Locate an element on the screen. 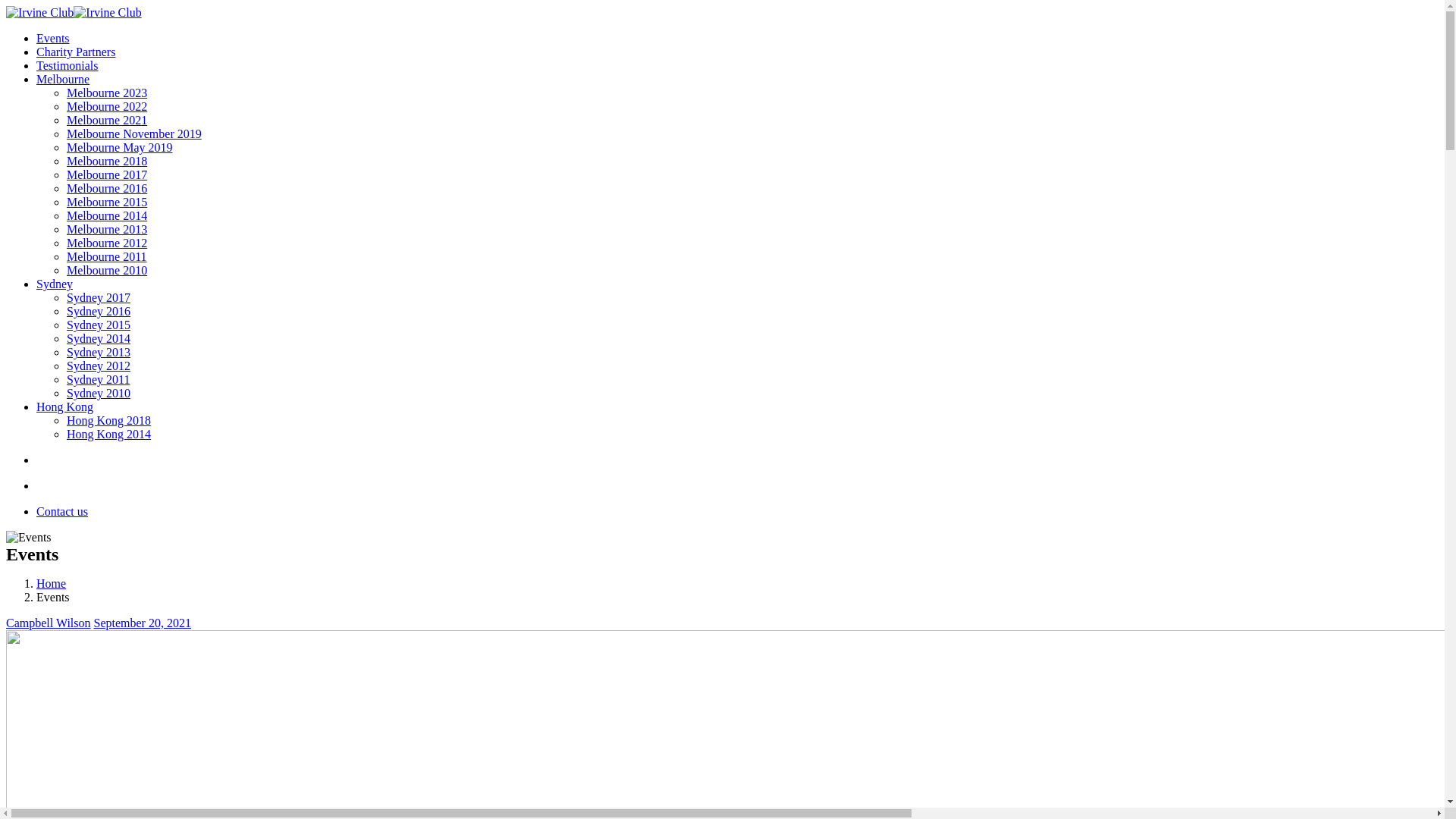  'Charity Partners' is located at coordinates (75, 51).